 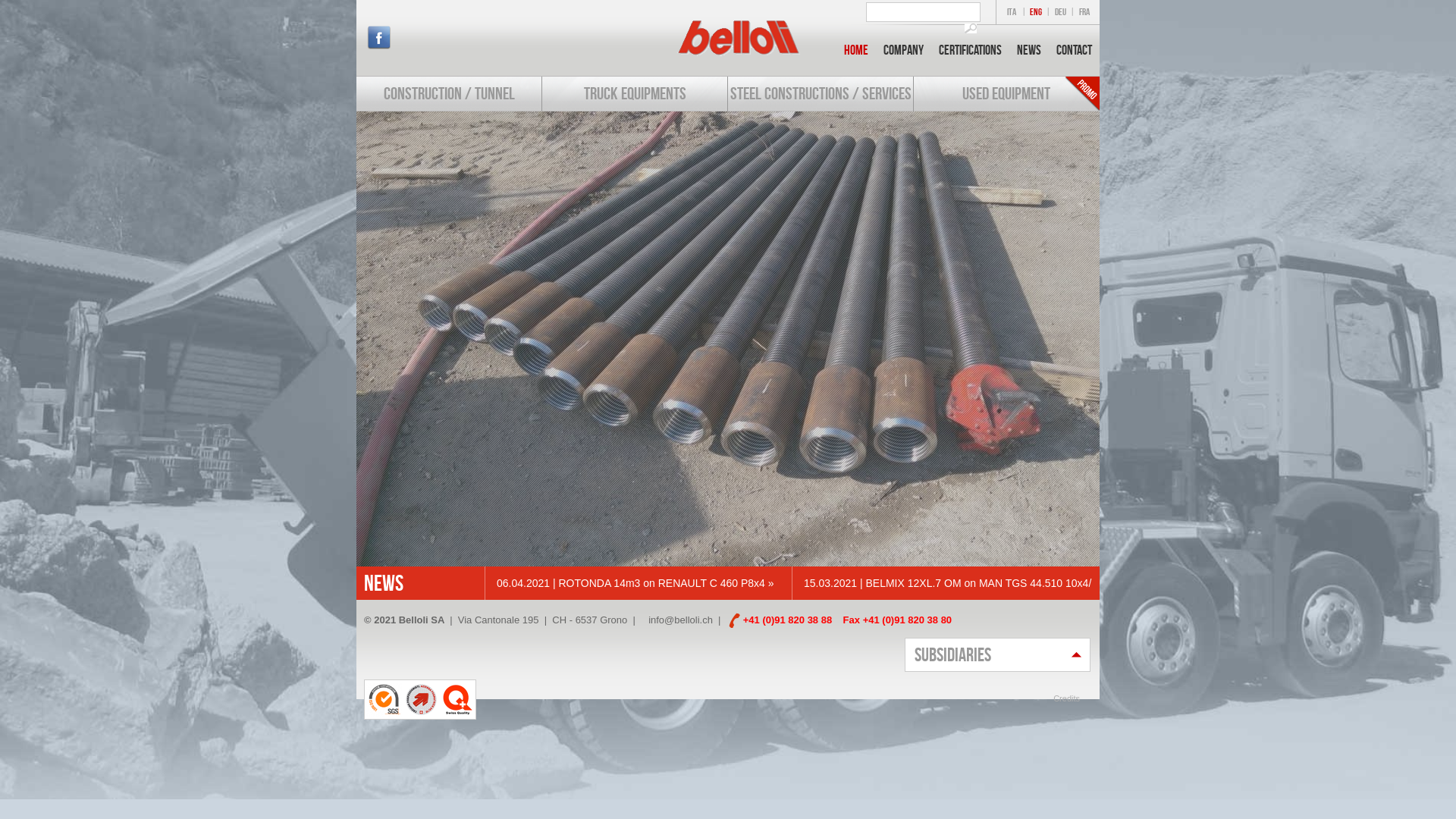 I want to click on 'ENG', so click(x=1035, y=11).